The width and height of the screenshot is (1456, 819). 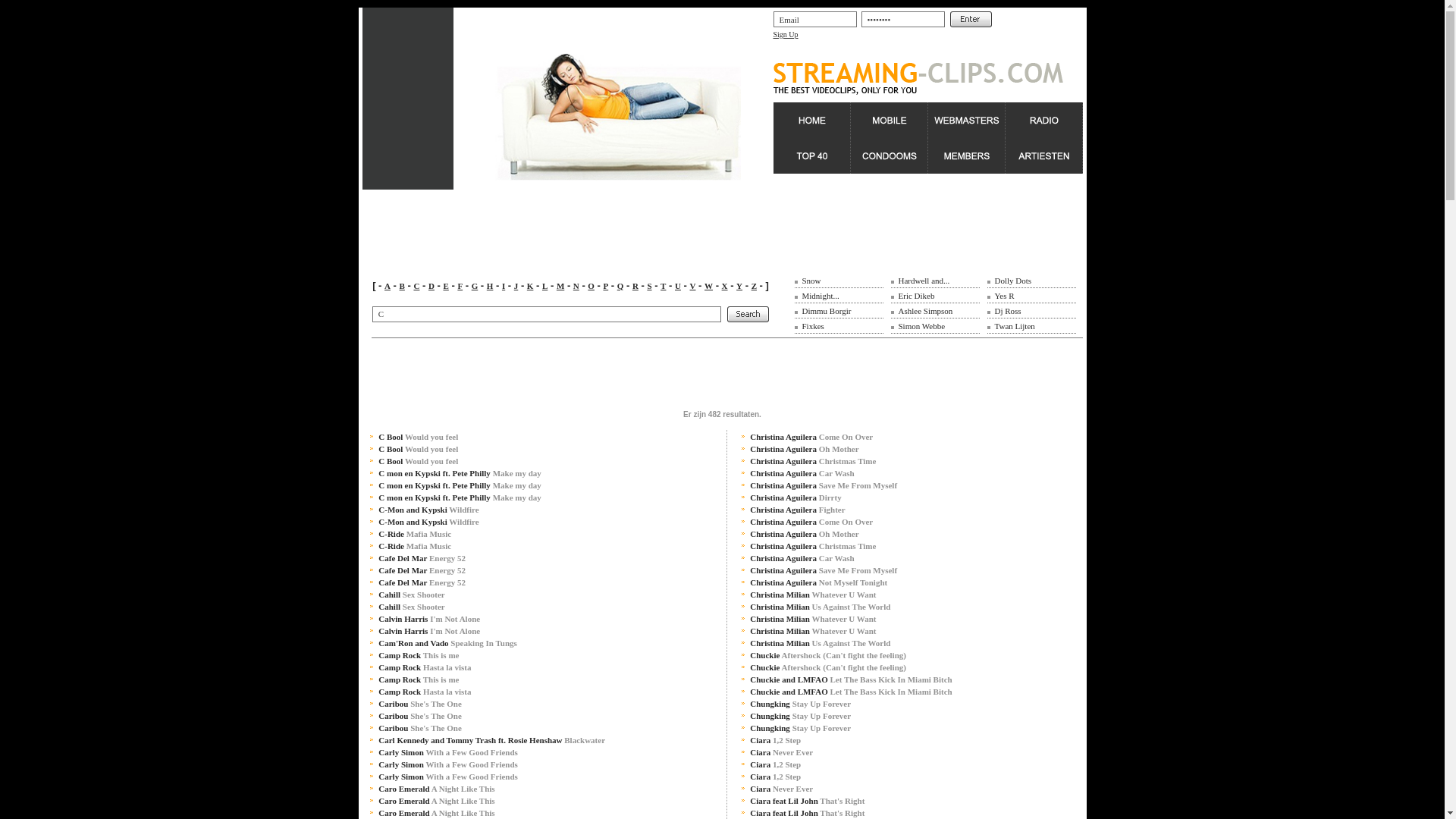 I want to click on 'Snow', so click(x=811, y=281).